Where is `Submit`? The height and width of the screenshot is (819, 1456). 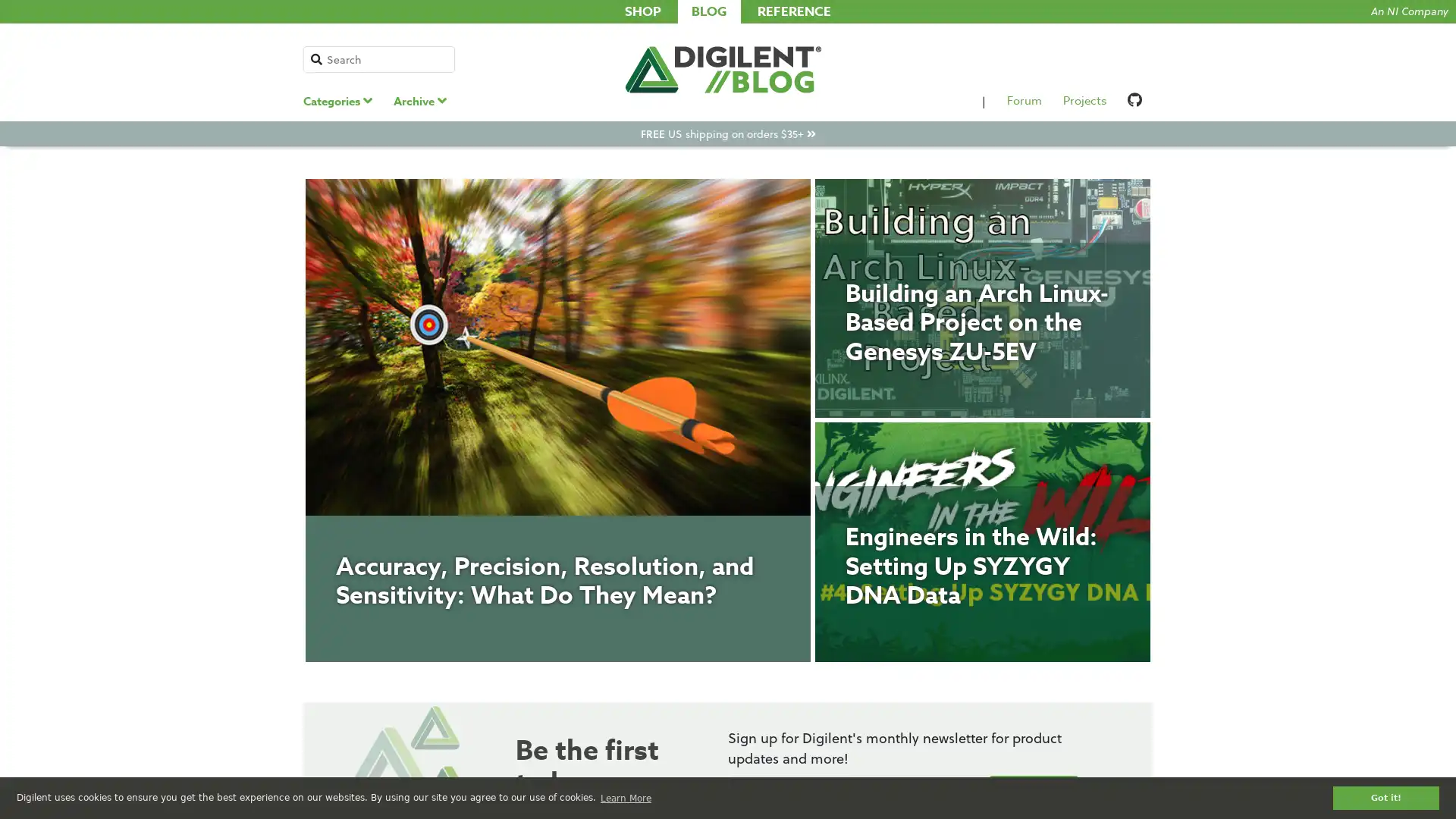 Submit is located at coordinates (1032, 786).